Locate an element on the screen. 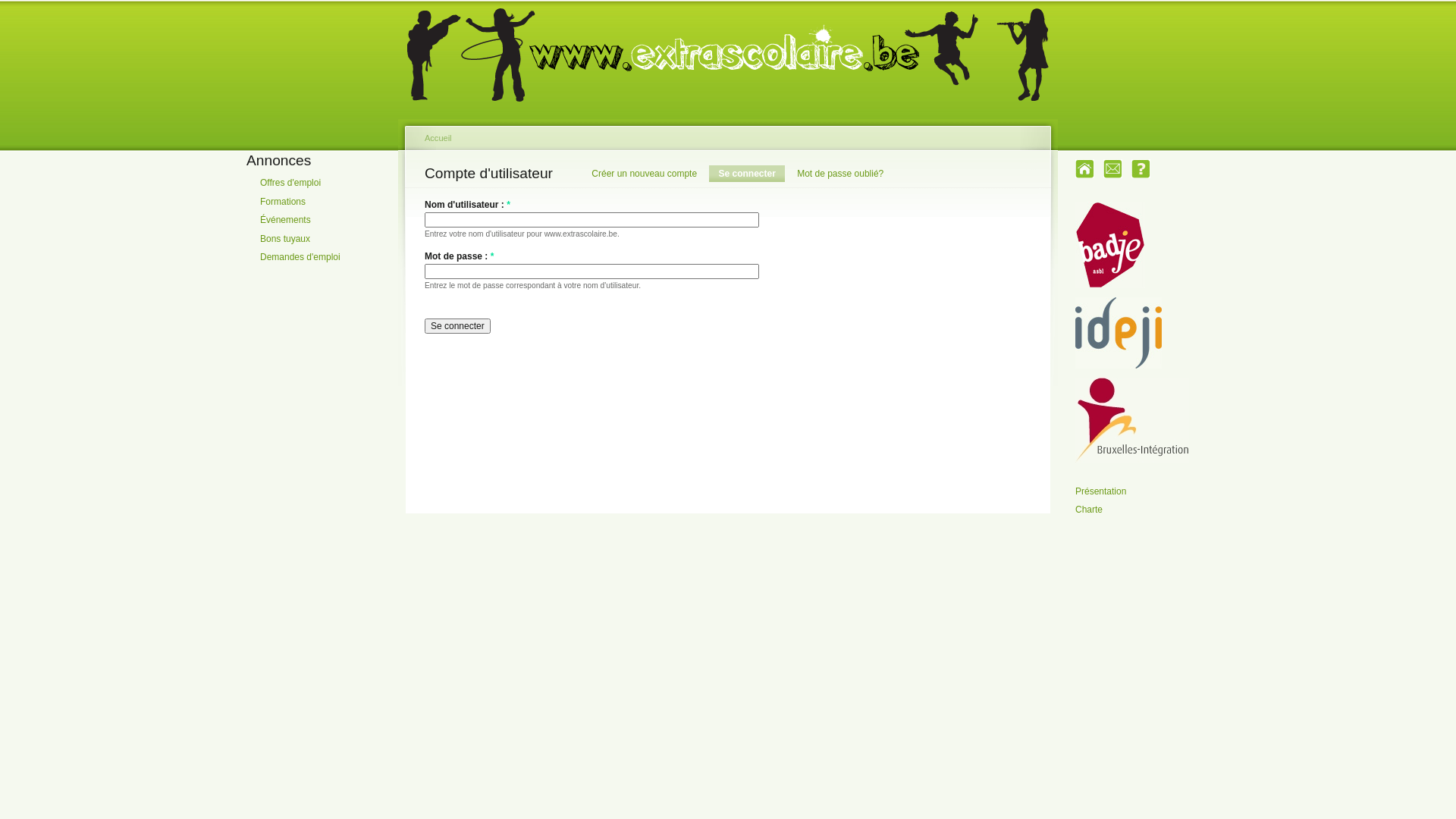 The height and width of the screenshot is (819, 1456). 'Offres d'emploi' is located at coordinates (326, 181).